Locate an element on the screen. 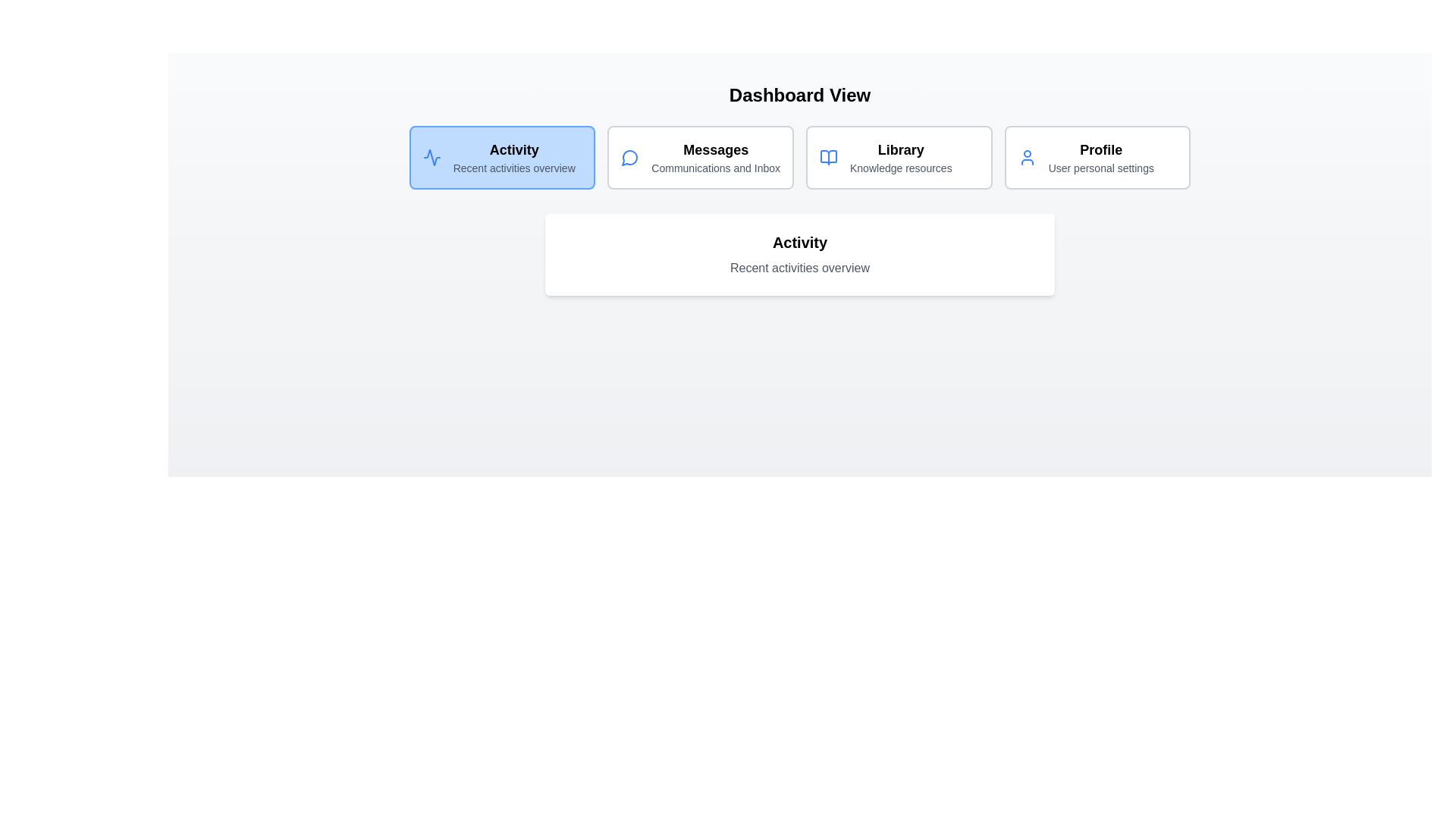 The height and width of the screenshot is (819, 1456). the tab corresponding to Profile is located at coordinates (1097, 158).